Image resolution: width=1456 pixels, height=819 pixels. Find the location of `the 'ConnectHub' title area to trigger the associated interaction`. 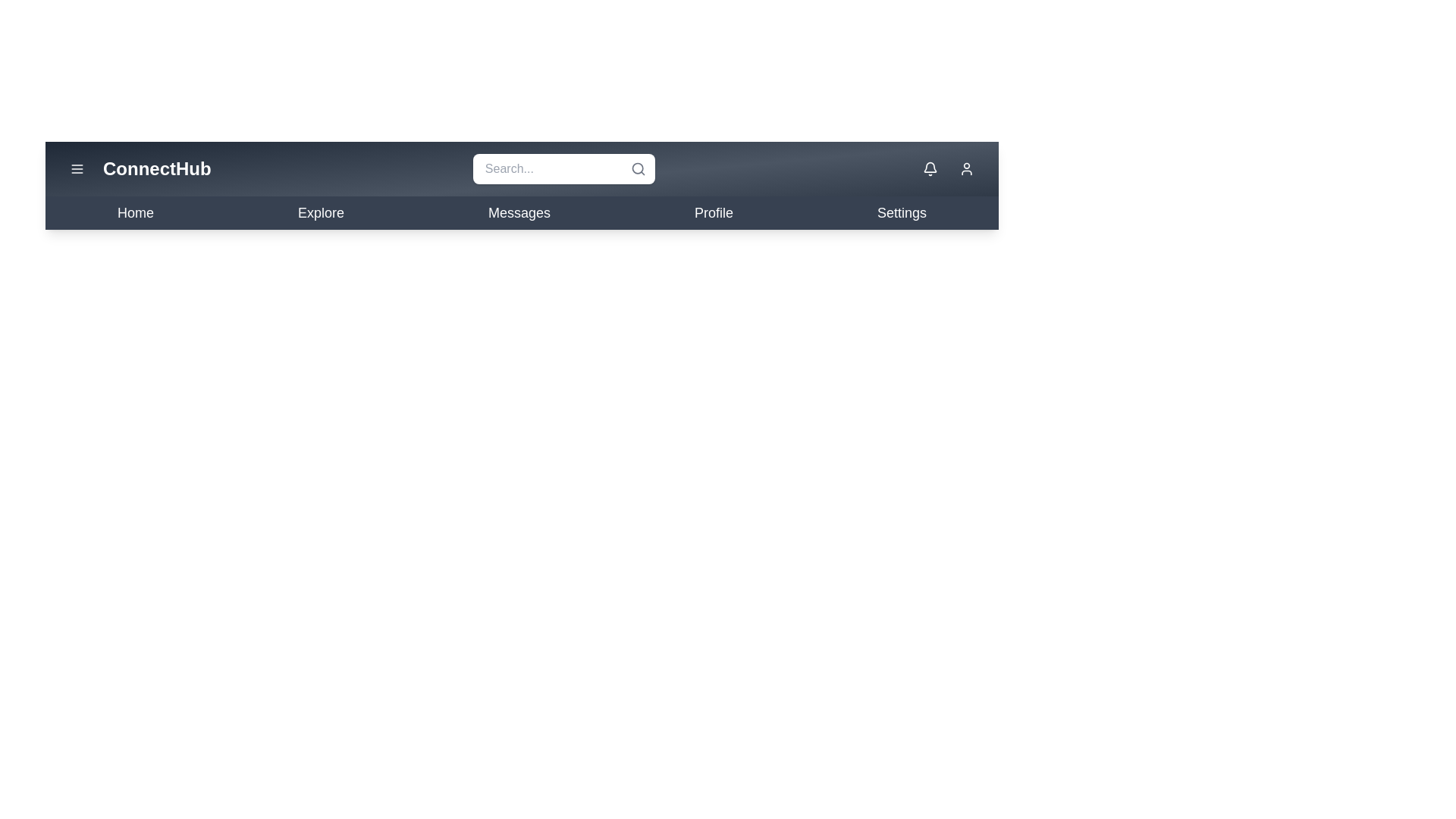

the 'ConnectHub' title area to trigger the associated interaction is located at coordinates (156, 169).